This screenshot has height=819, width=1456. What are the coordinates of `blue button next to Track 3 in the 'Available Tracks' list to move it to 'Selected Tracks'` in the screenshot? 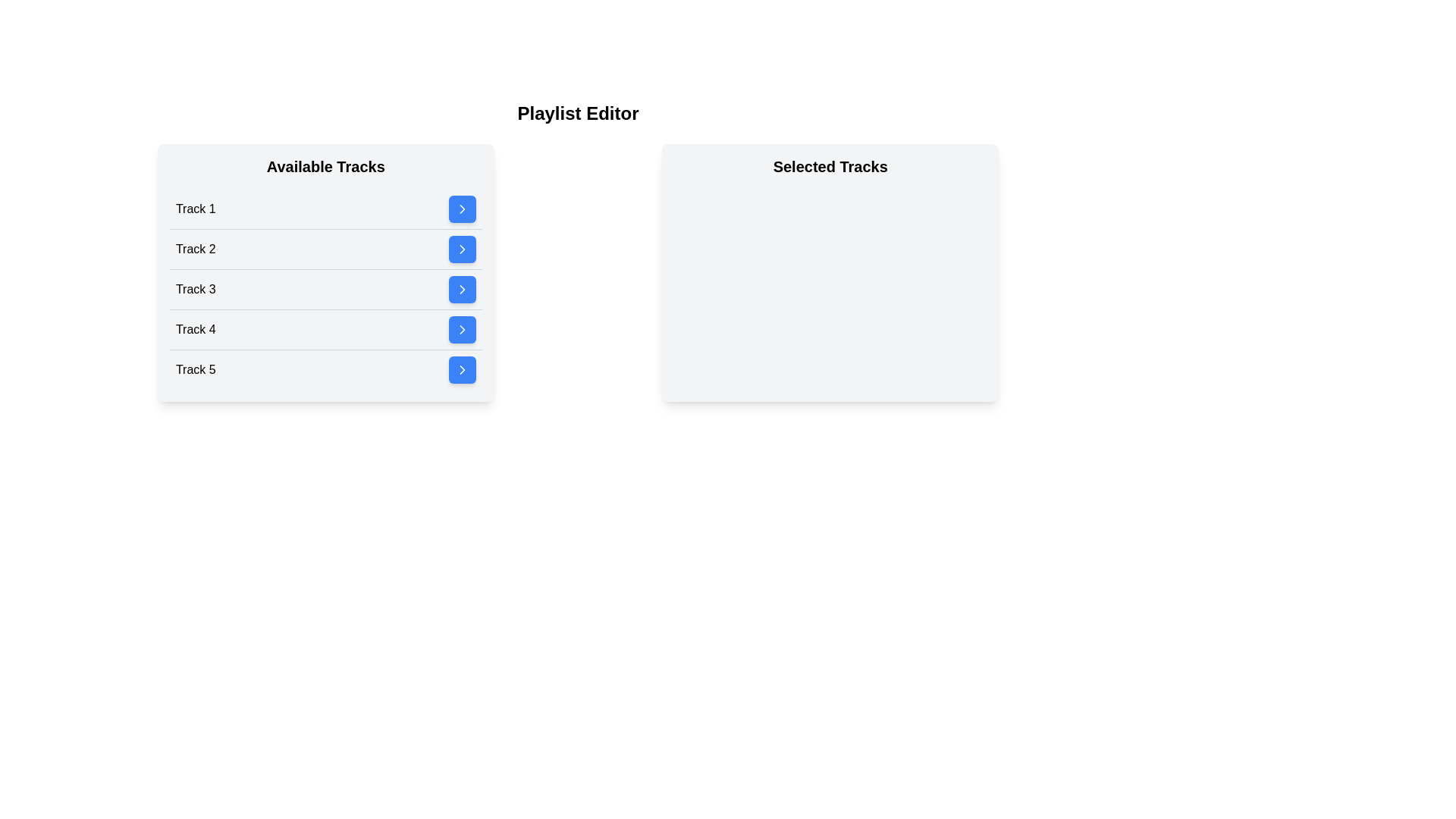 It's located at (461, 289).